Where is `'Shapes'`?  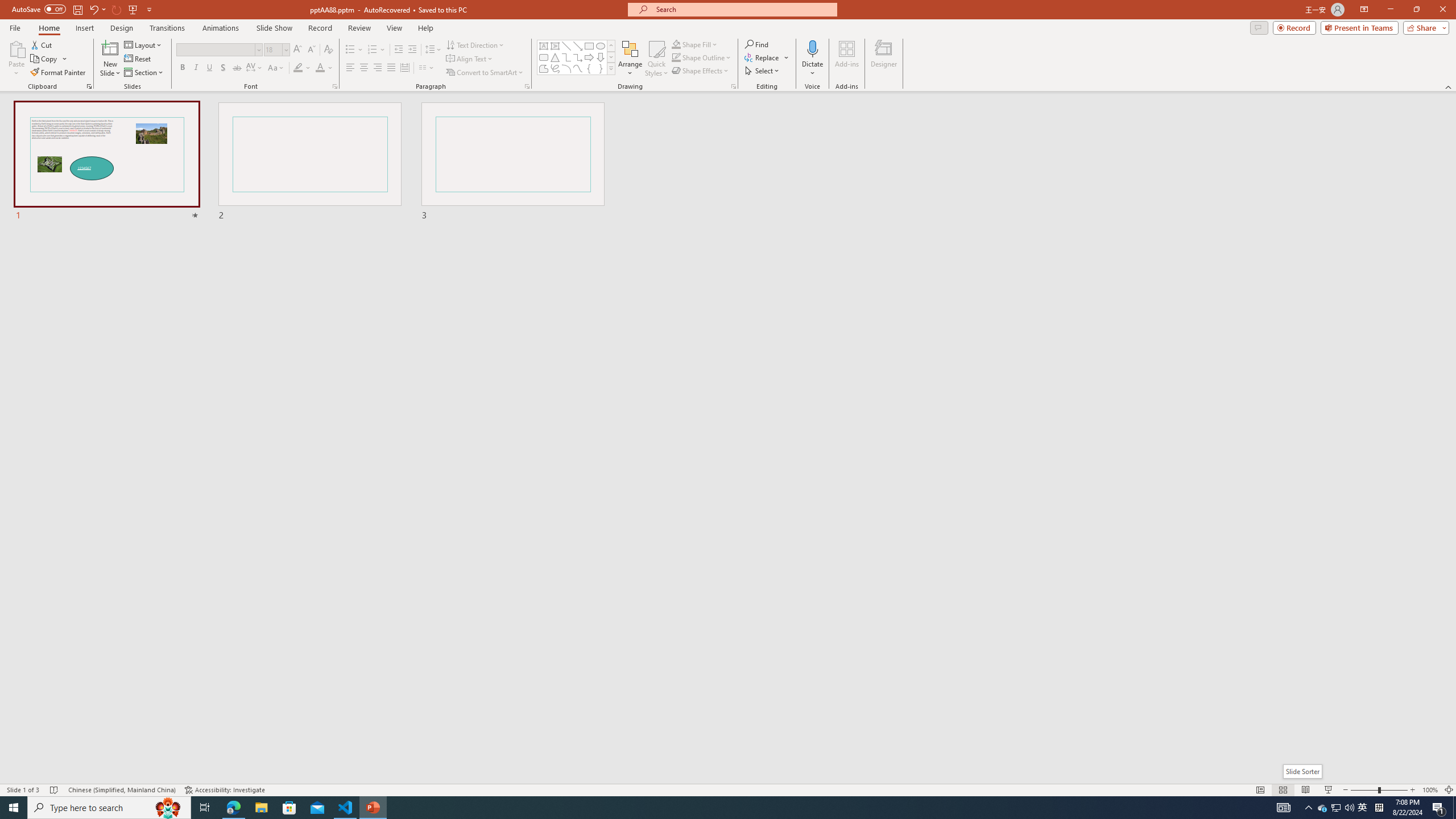
'Shapes' is located at coordinates (611, 68).